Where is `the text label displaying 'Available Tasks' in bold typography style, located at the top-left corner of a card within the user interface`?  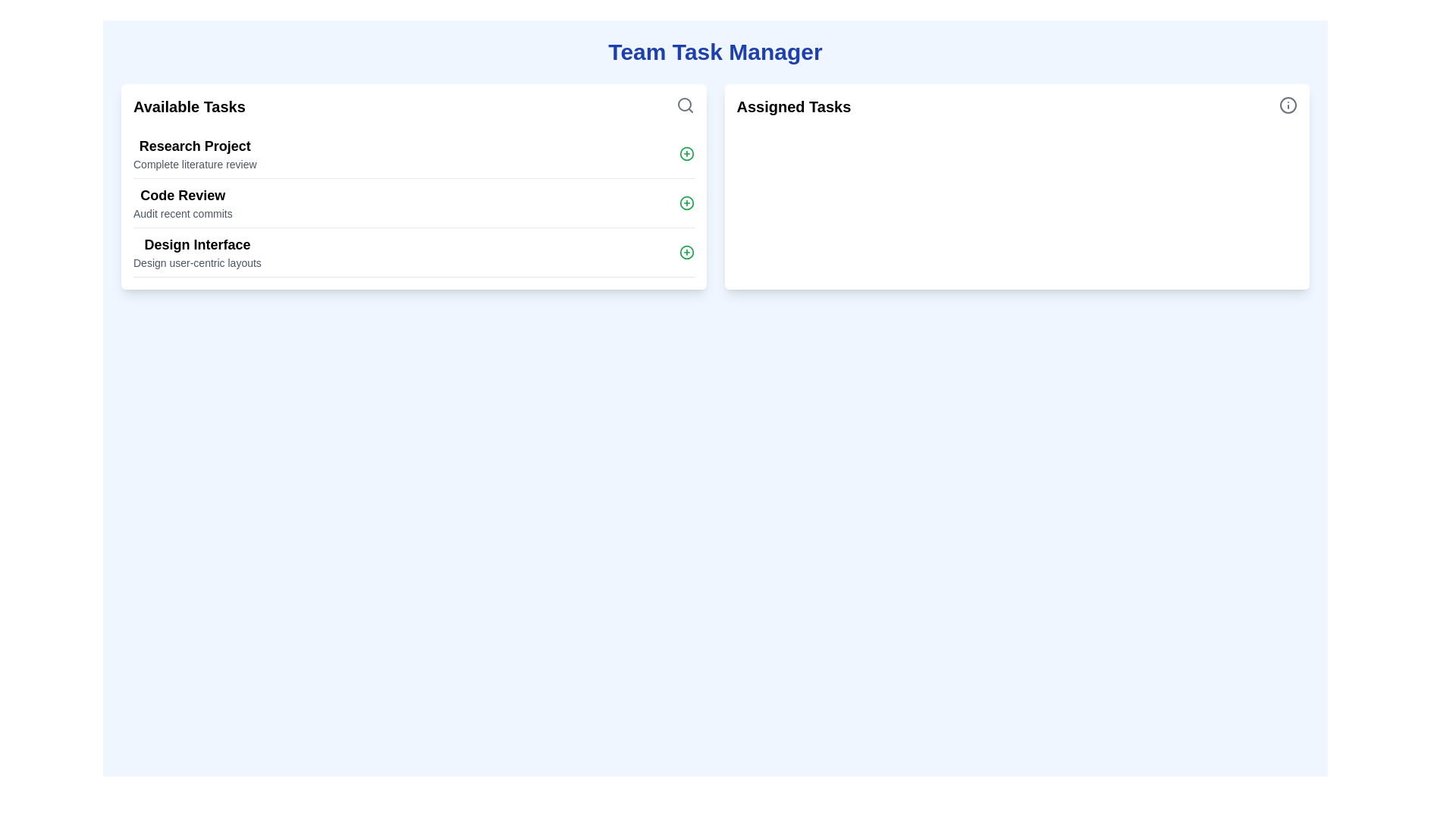 the text label displaying 'Available Tasks' in bold typography style, located at the top-left corner of a card within the user interface is located at coordinates (188, 106).